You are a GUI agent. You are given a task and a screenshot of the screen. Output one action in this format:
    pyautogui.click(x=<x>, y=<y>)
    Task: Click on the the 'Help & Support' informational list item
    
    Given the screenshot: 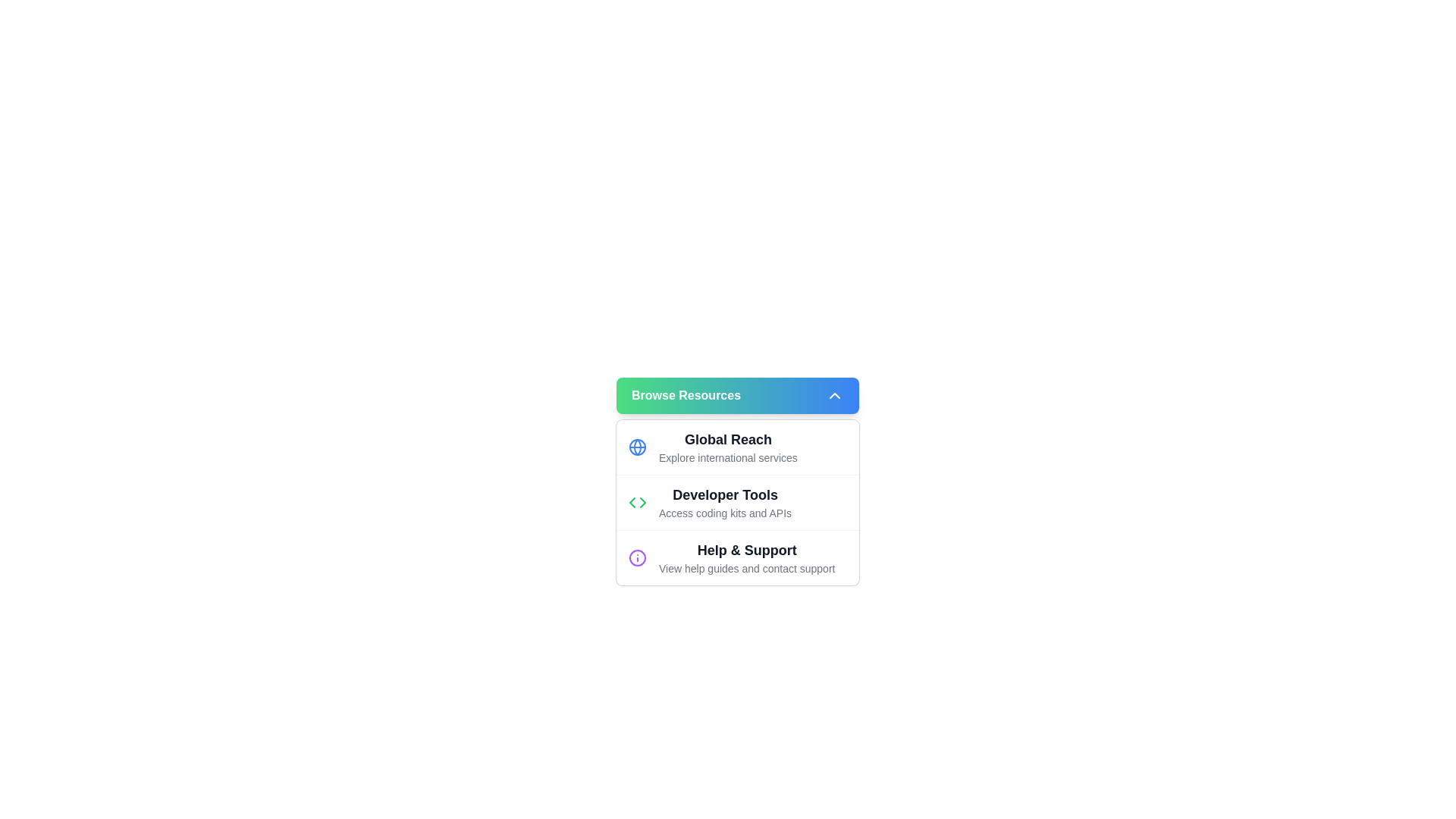 What is the action you would take?
    pyautogui.click(x=747, y=558)
    